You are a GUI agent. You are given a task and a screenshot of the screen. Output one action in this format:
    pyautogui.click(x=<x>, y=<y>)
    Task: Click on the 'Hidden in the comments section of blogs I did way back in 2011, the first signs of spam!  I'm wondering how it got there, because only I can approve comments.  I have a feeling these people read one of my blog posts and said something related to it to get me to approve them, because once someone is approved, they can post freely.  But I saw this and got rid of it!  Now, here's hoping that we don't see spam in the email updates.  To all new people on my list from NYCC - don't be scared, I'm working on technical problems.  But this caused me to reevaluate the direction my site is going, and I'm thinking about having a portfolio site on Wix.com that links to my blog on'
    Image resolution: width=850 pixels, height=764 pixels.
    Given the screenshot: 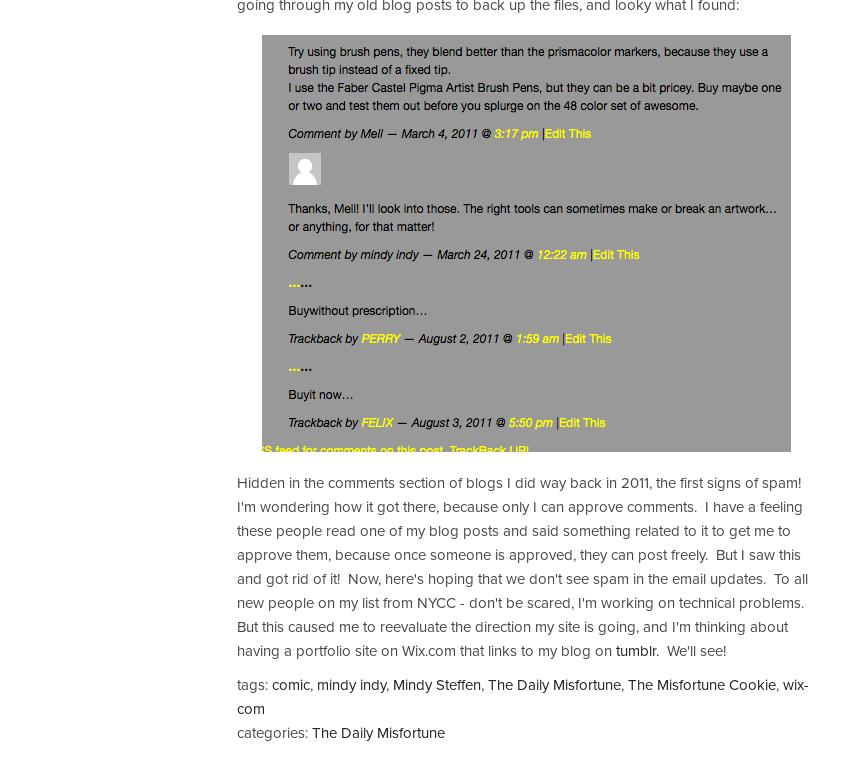 What is the action you would take?
    pyautogui.click(x=521, y=566)
    